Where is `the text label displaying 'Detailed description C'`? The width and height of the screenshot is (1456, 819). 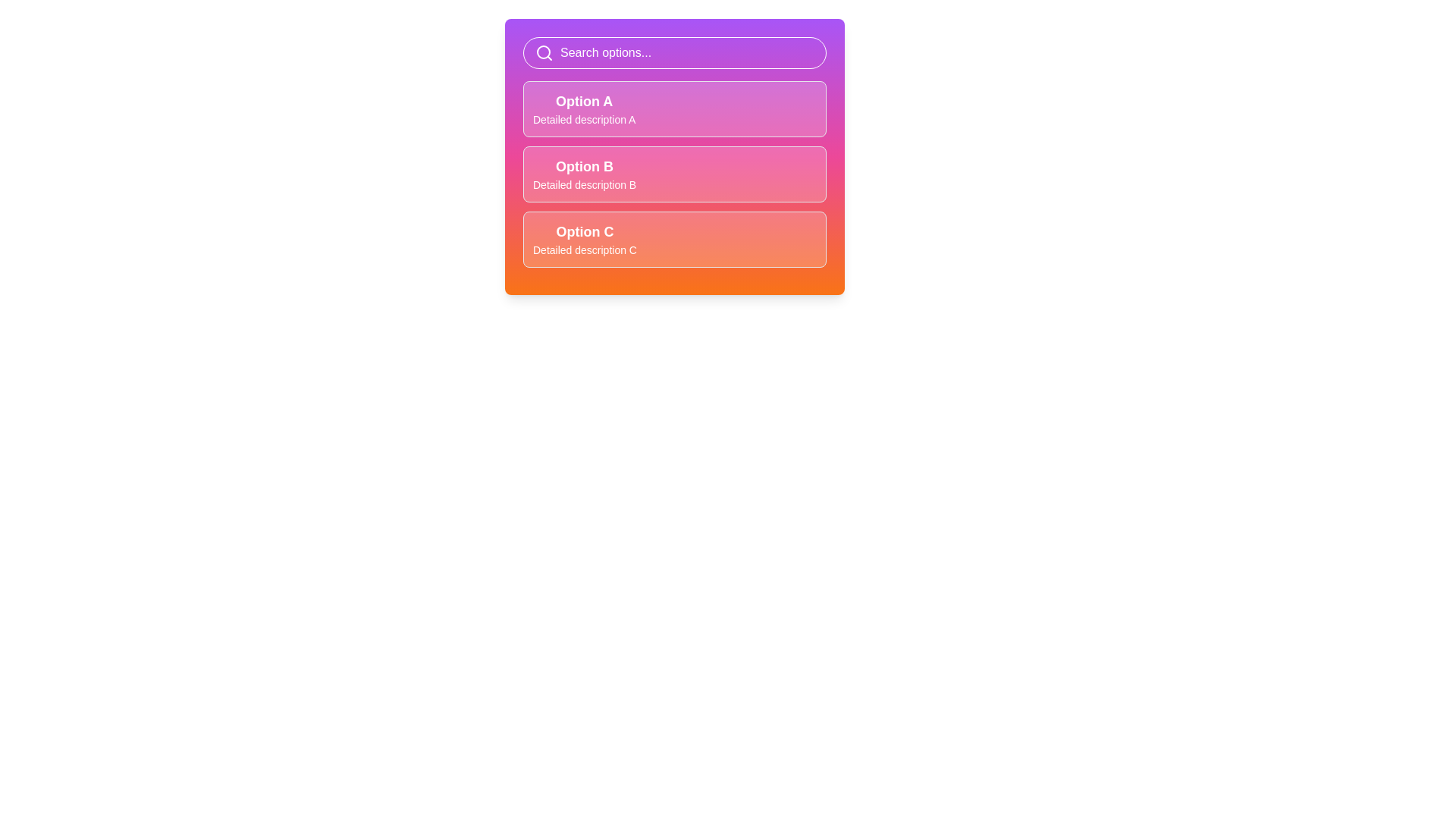
the text label displaying 'Detailed description C' is located at coordinates (584, 249).